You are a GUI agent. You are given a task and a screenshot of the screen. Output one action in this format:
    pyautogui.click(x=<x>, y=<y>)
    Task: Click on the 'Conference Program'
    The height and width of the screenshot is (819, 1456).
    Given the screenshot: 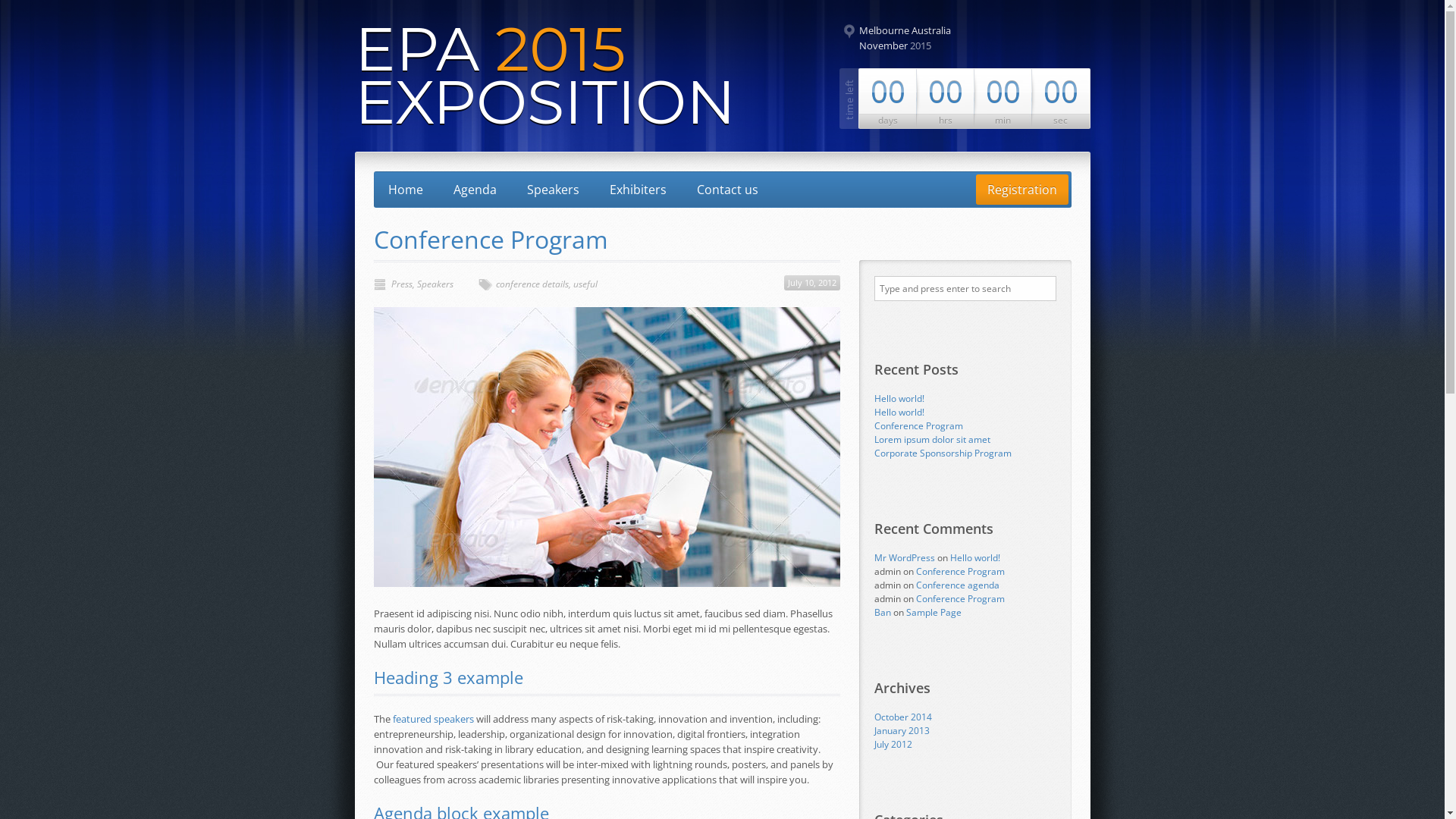 What is the action you would take?
    pyautogui.click(x=959, y=598)
    